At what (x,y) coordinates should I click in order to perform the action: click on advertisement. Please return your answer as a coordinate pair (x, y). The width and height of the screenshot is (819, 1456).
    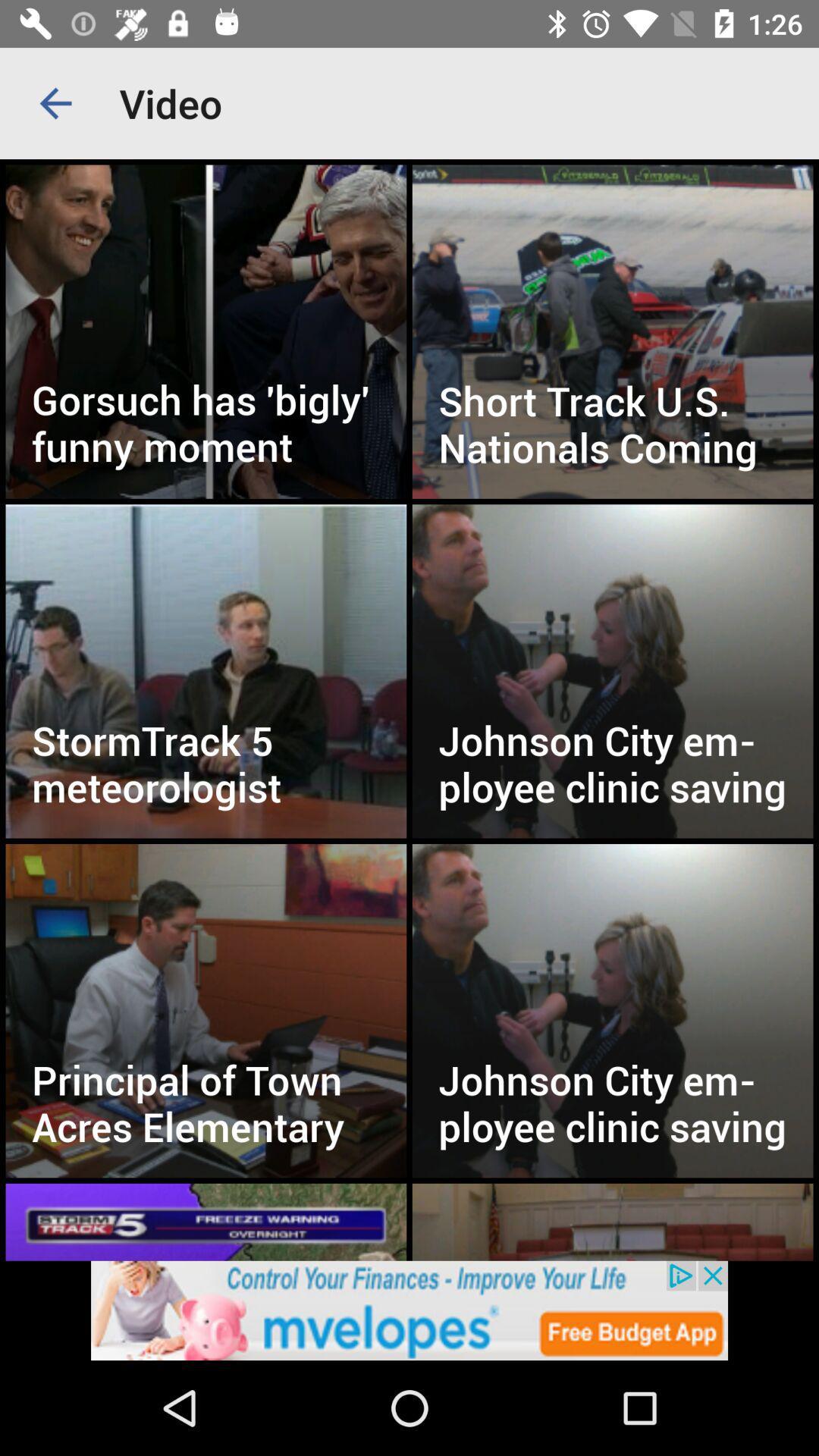
    Looking at the image, I should click on (409, 1310).